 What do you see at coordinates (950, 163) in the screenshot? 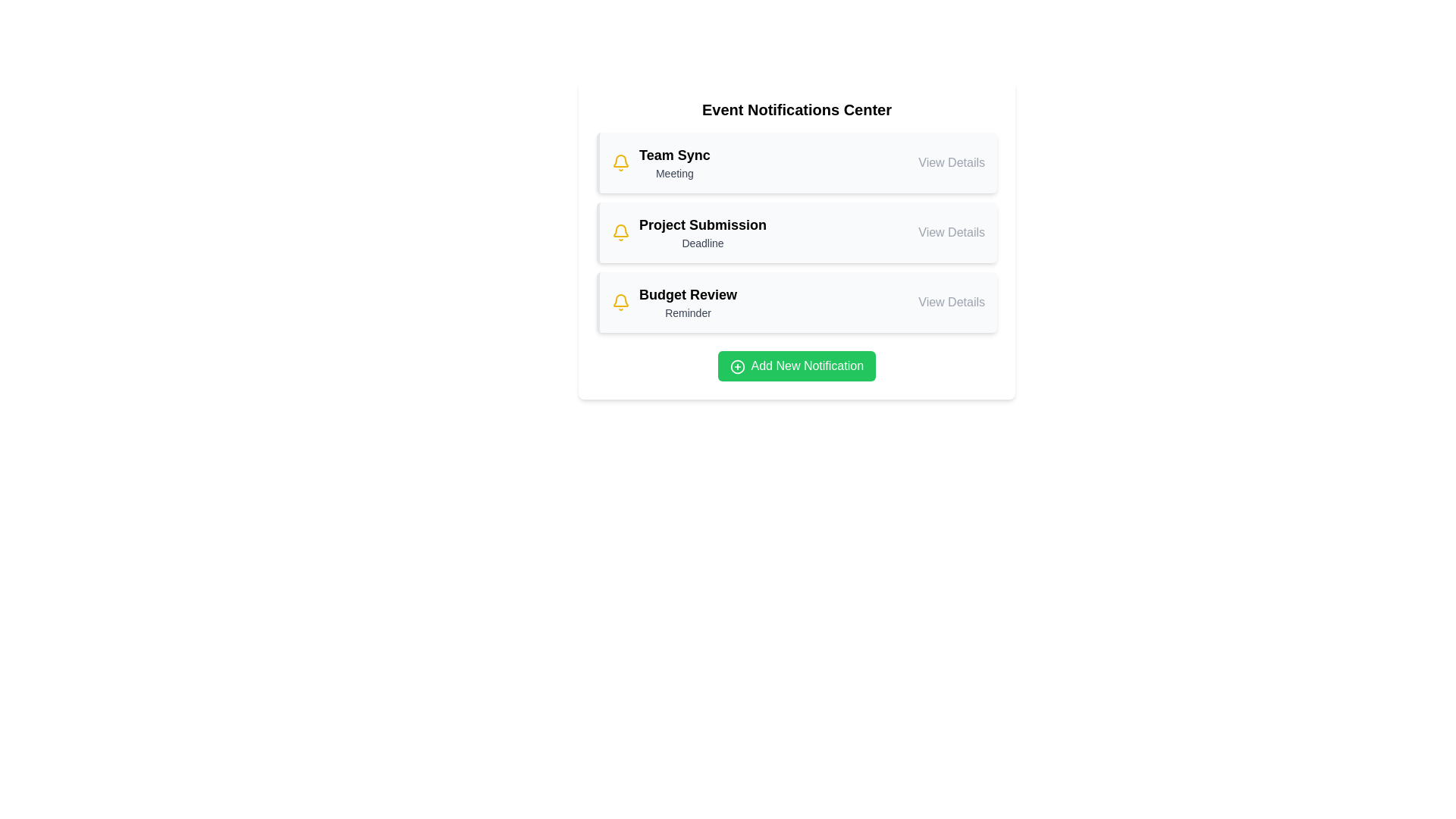
I see `the 'View Details' button, which is a light gray text button located at the rightmost side of the 'Event Notifications Center'` at bounding box center [950, 163].